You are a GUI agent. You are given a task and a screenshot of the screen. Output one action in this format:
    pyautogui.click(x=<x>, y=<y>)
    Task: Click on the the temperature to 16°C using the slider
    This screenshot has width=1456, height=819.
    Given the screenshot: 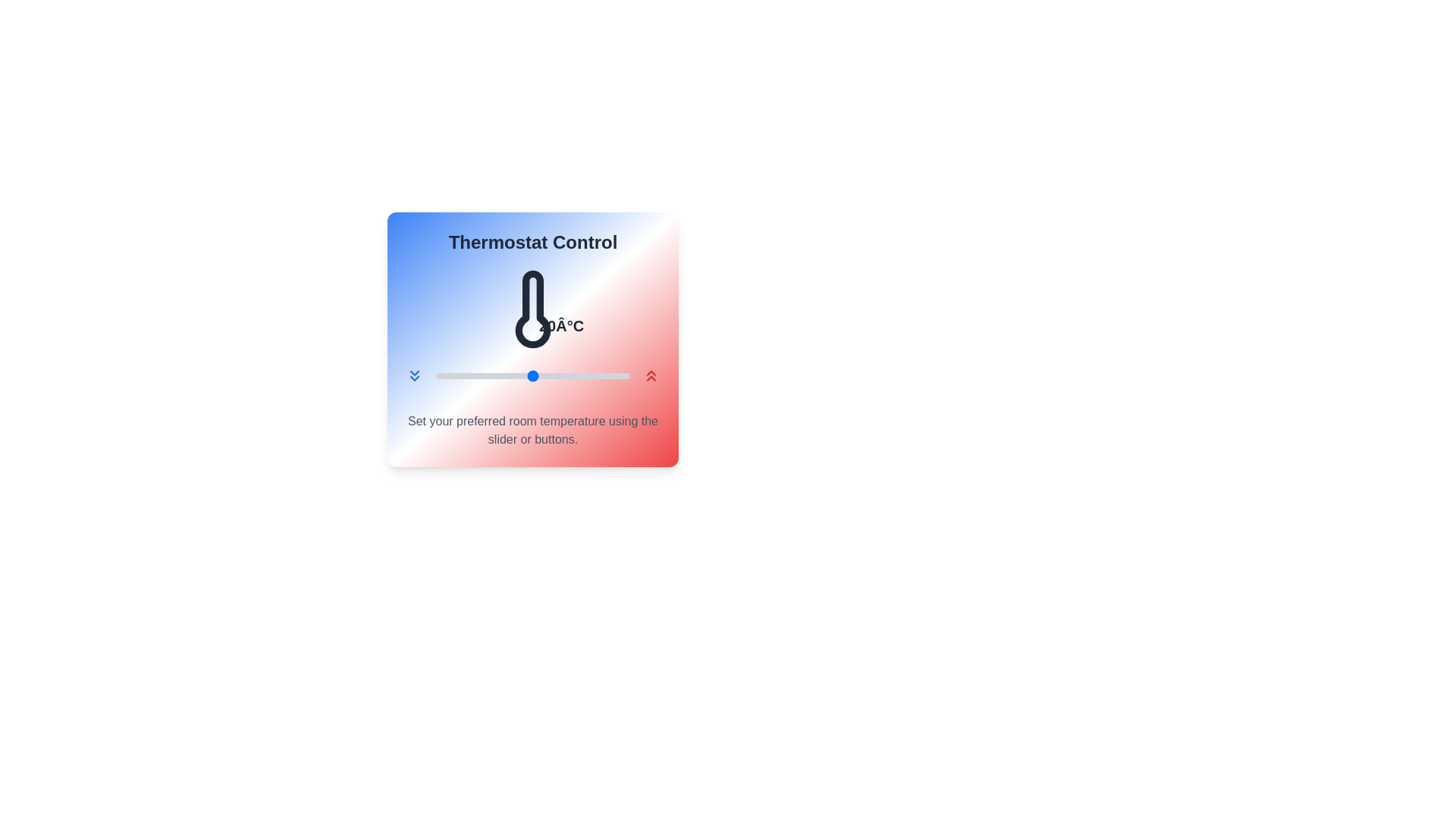 What is the action you would take?
    pyautogui.click(x=494, y=375)
    